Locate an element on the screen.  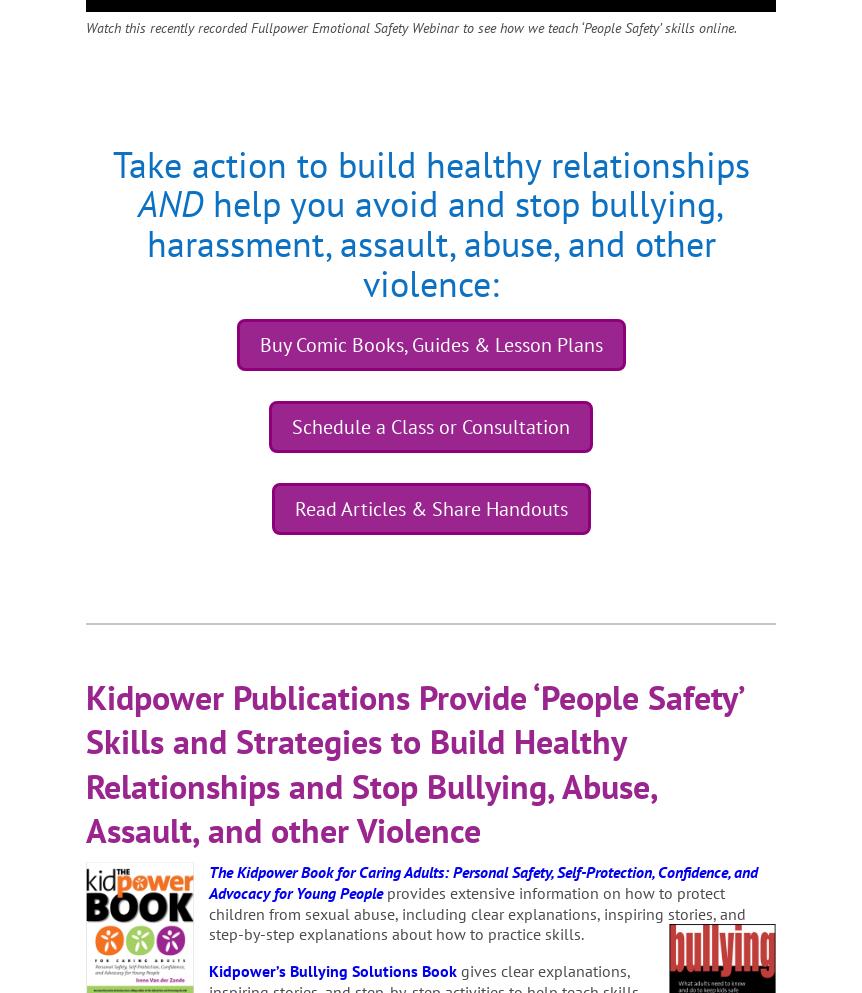
'Watch this recently recorded Fullpower Emotional Safety Webinar to see how we teach ‘People Safety’ skills online.' is located at coordinates (410, 27).